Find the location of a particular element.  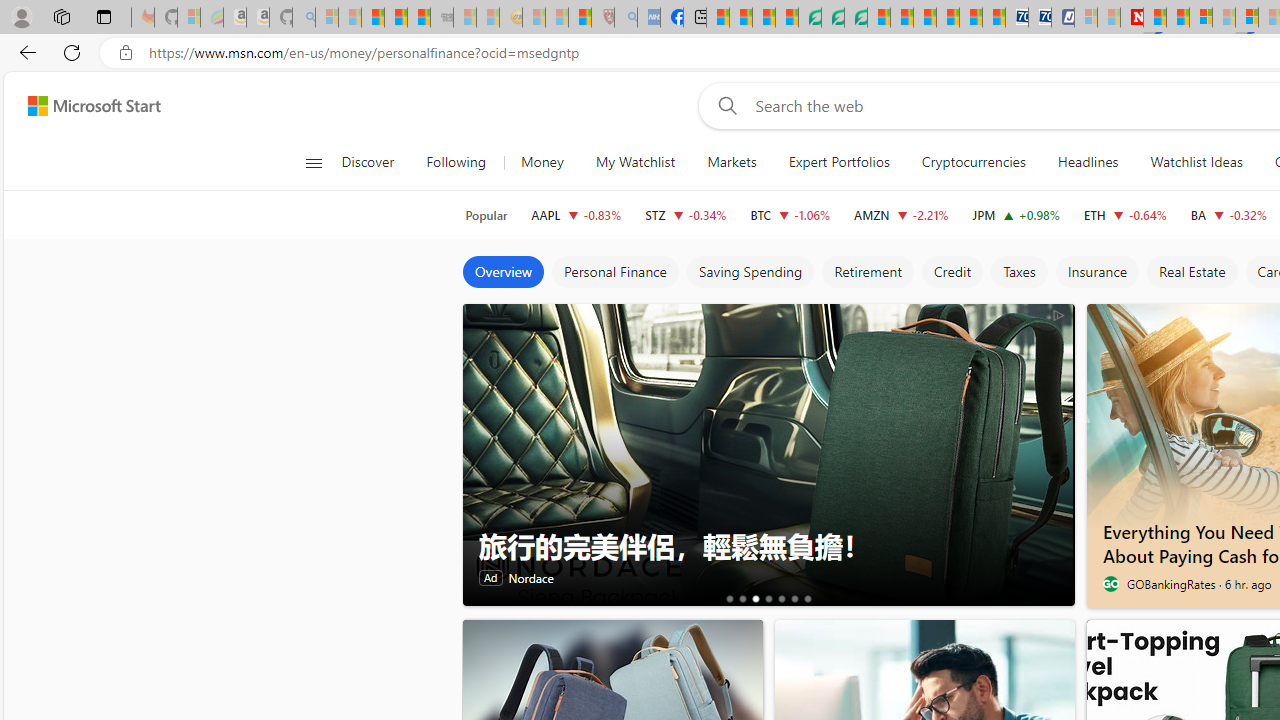

'BTC Bitcoin decrease 60,599.60 -639.75 -1.06%' is located at coordinates (790, 214).